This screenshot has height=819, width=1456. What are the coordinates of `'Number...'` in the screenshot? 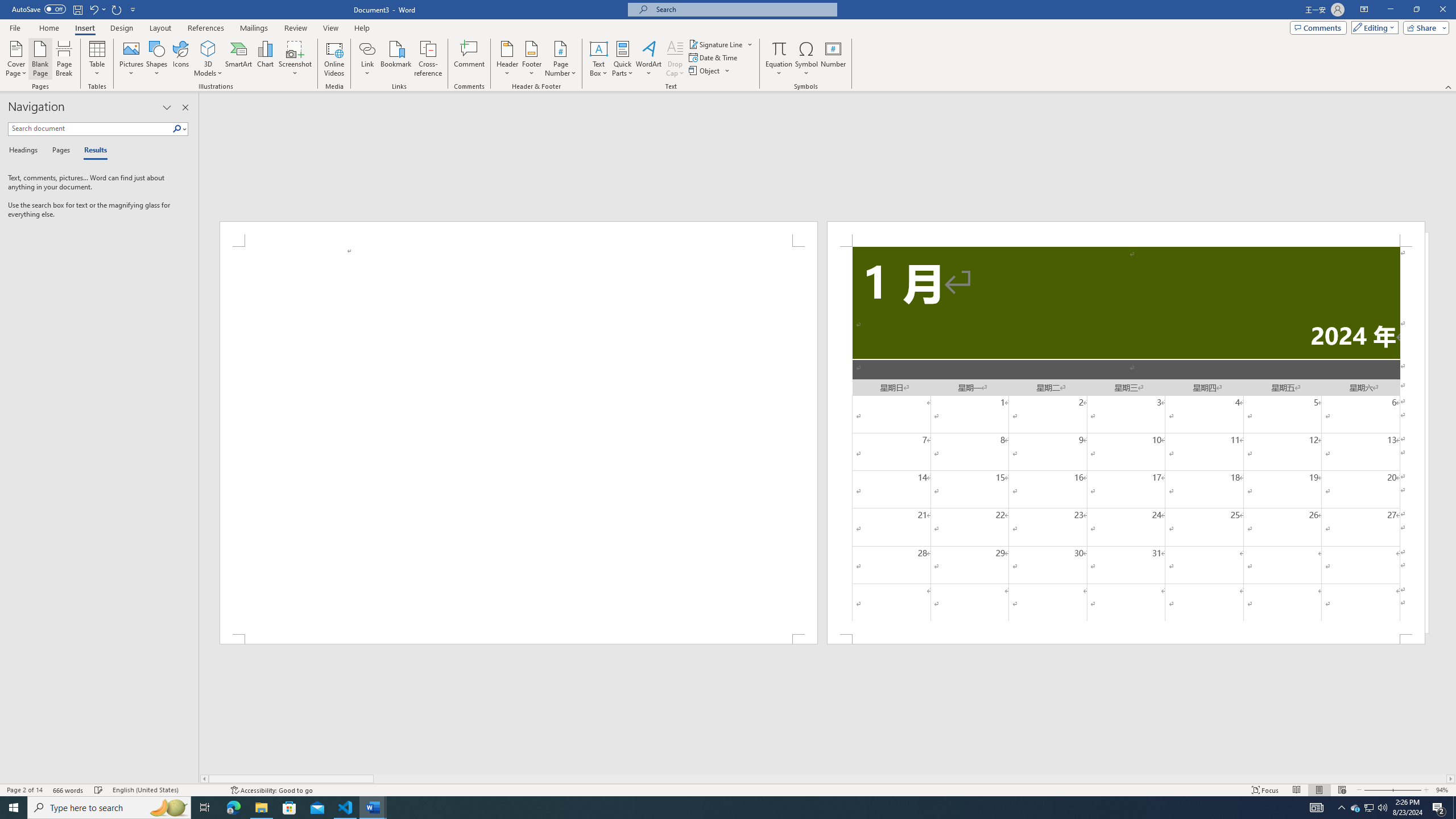 It's located at (833, 59).